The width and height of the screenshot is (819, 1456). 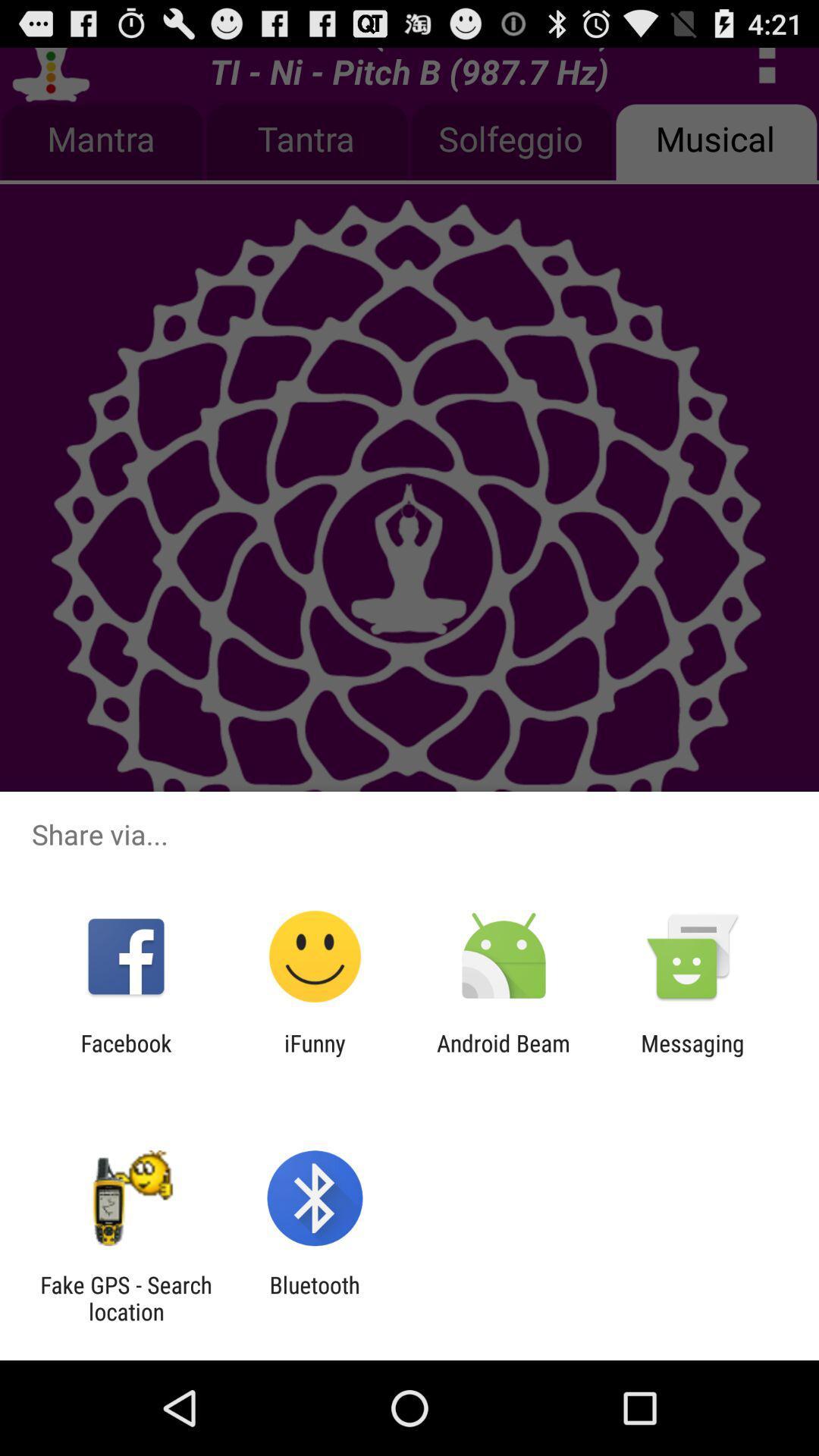 What do you see at coordinates (314, 1056) in the screenshot?
I see `the icon to the right of facebook` at bounding box center [314, 1056].